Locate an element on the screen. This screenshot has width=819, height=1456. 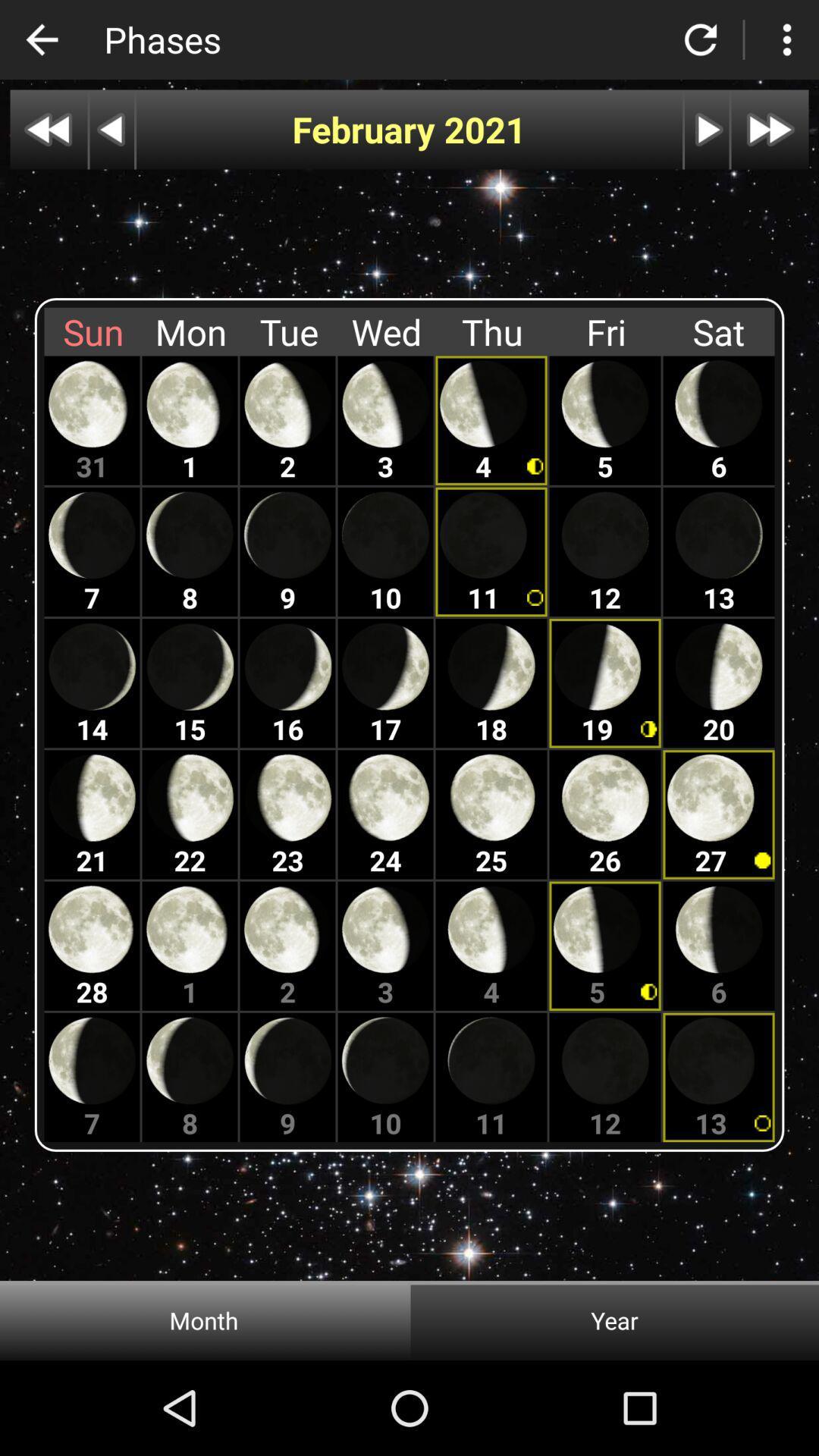
options available is located at coordinates (786, 39).